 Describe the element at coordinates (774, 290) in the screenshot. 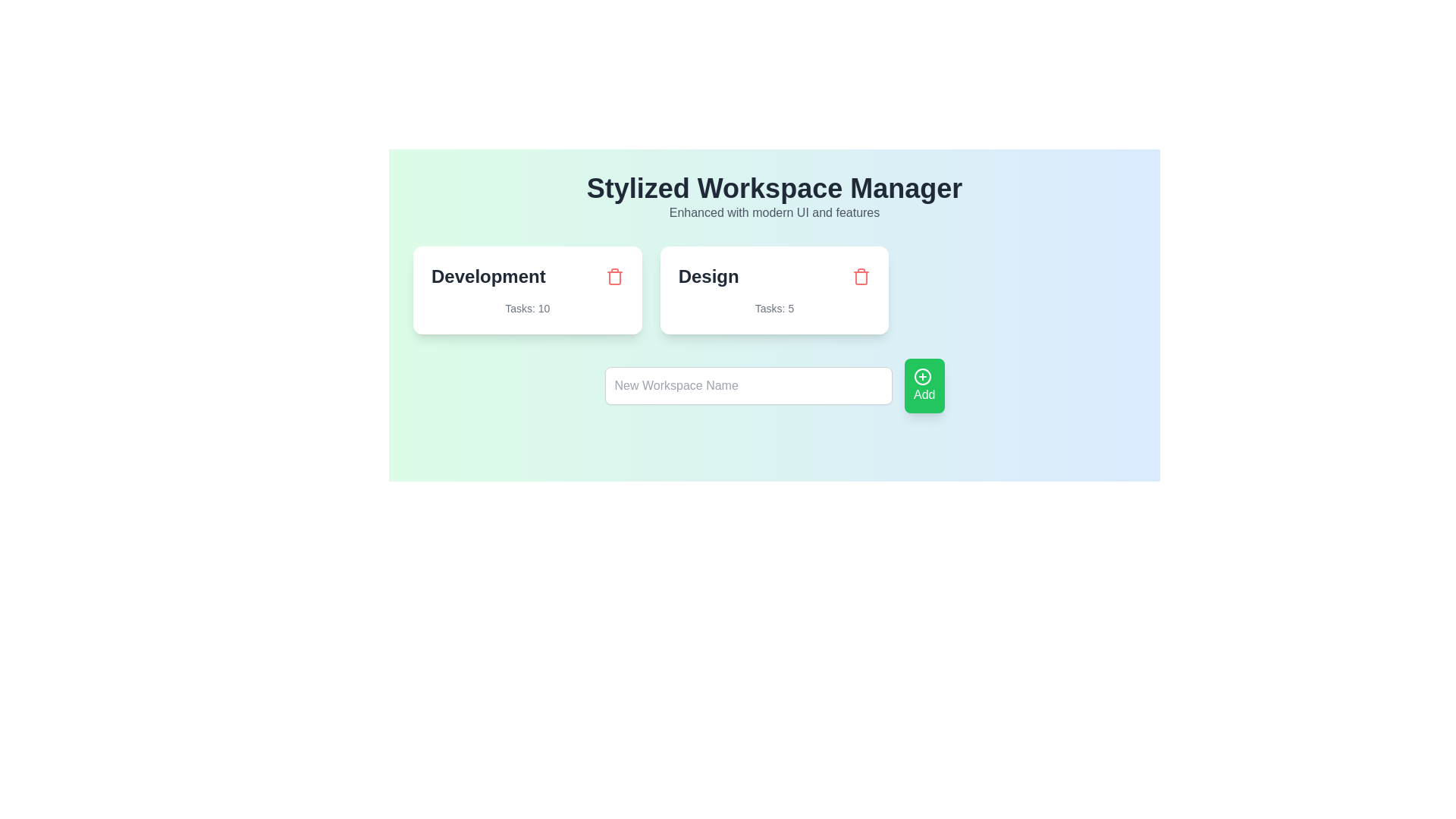

I see `the Card Component element with the bold 'Design' label at the top and an interactive trash icon on the right by moving the cursor to its center` at that location.